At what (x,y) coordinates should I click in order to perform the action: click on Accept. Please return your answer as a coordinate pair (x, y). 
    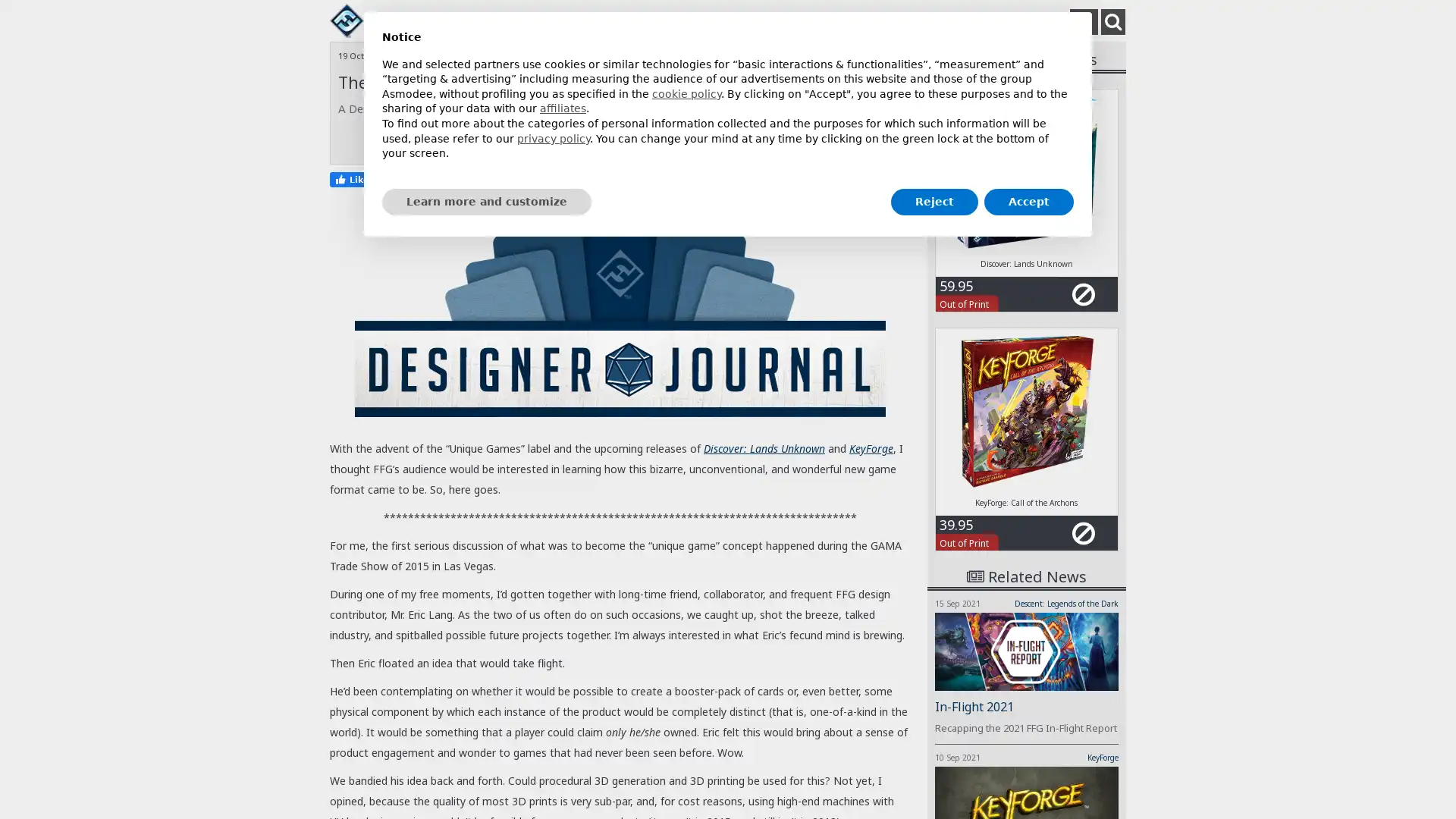
    Looking at the image, I should click on (1029, 201).